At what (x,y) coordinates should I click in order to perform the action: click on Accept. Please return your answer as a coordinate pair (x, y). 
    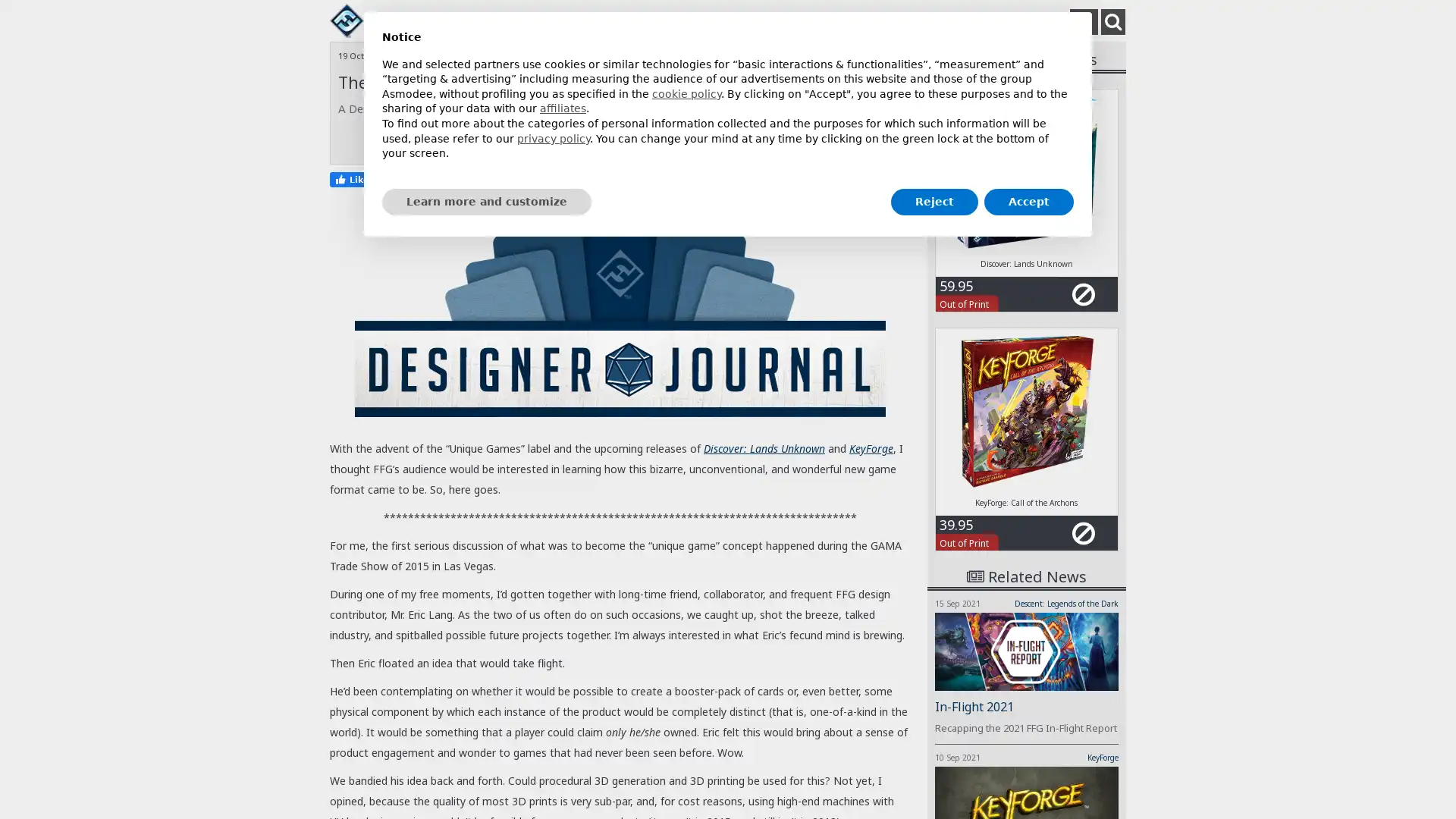
    Looking at the image, I should click on (1029, 201).